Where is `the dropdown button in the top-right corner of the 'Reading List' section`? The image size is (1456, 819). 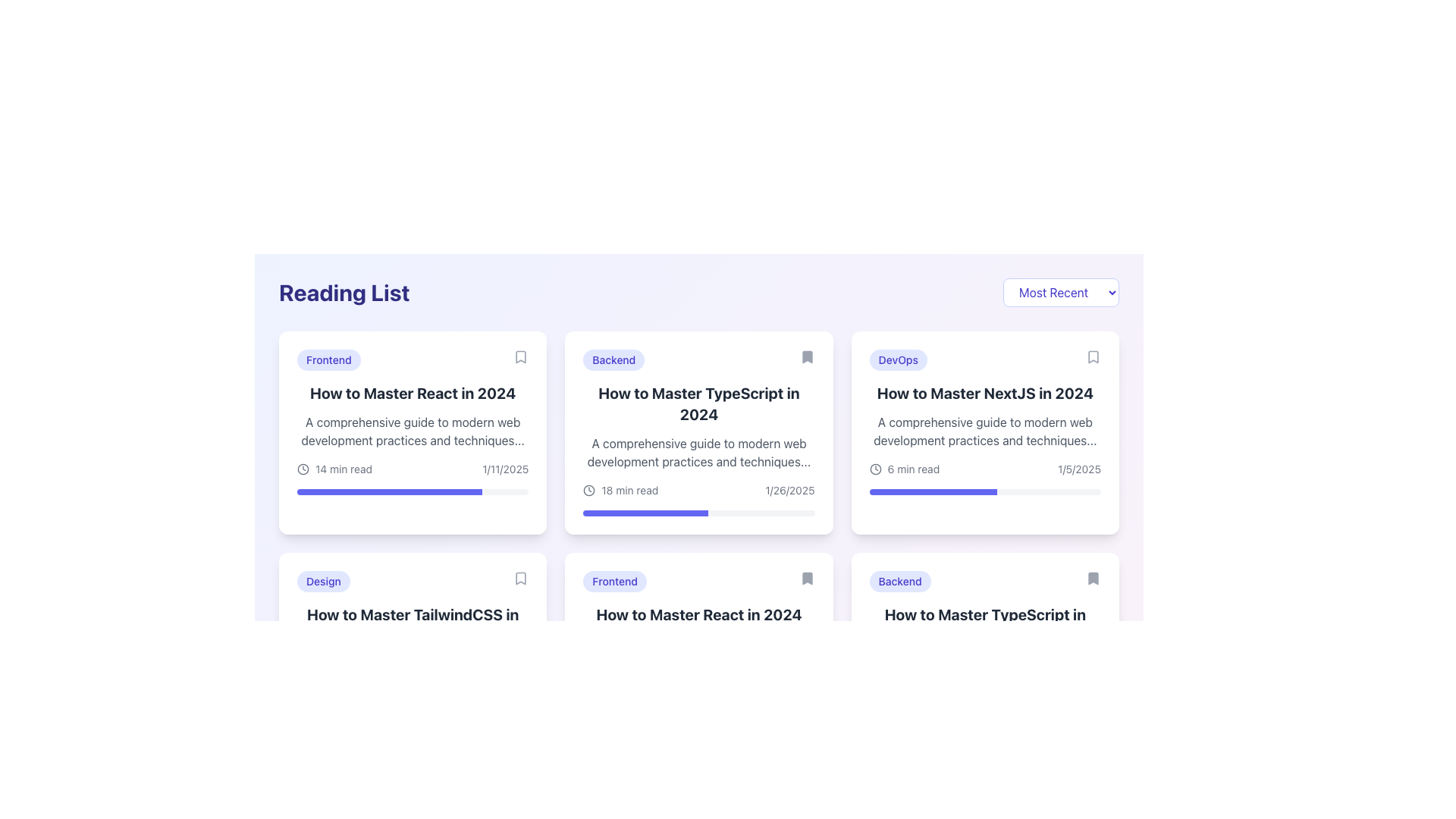
the dropdown button in the top-right corner of the 'Reading List' section is located at coordinates (1060, 292).